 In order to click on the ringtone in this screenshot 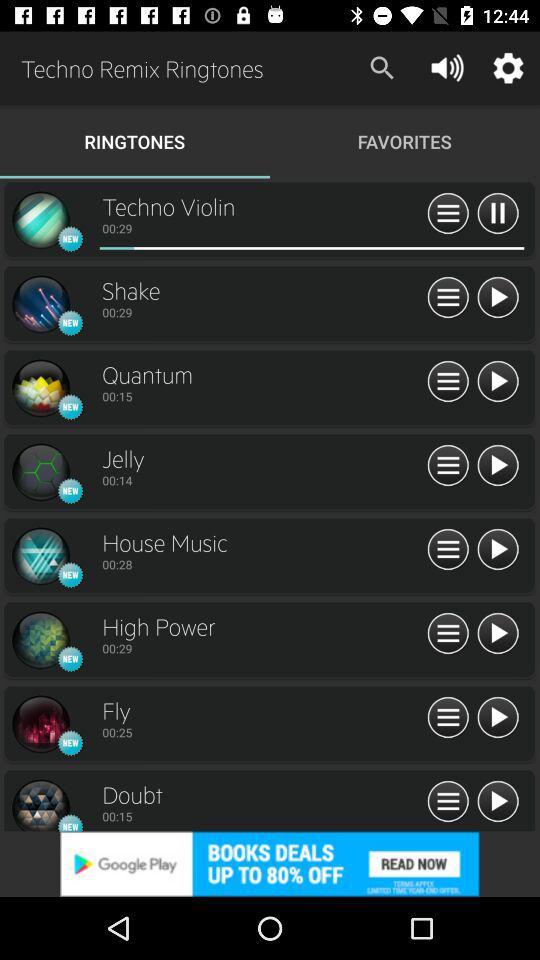, I will do `click(496, 718)`.